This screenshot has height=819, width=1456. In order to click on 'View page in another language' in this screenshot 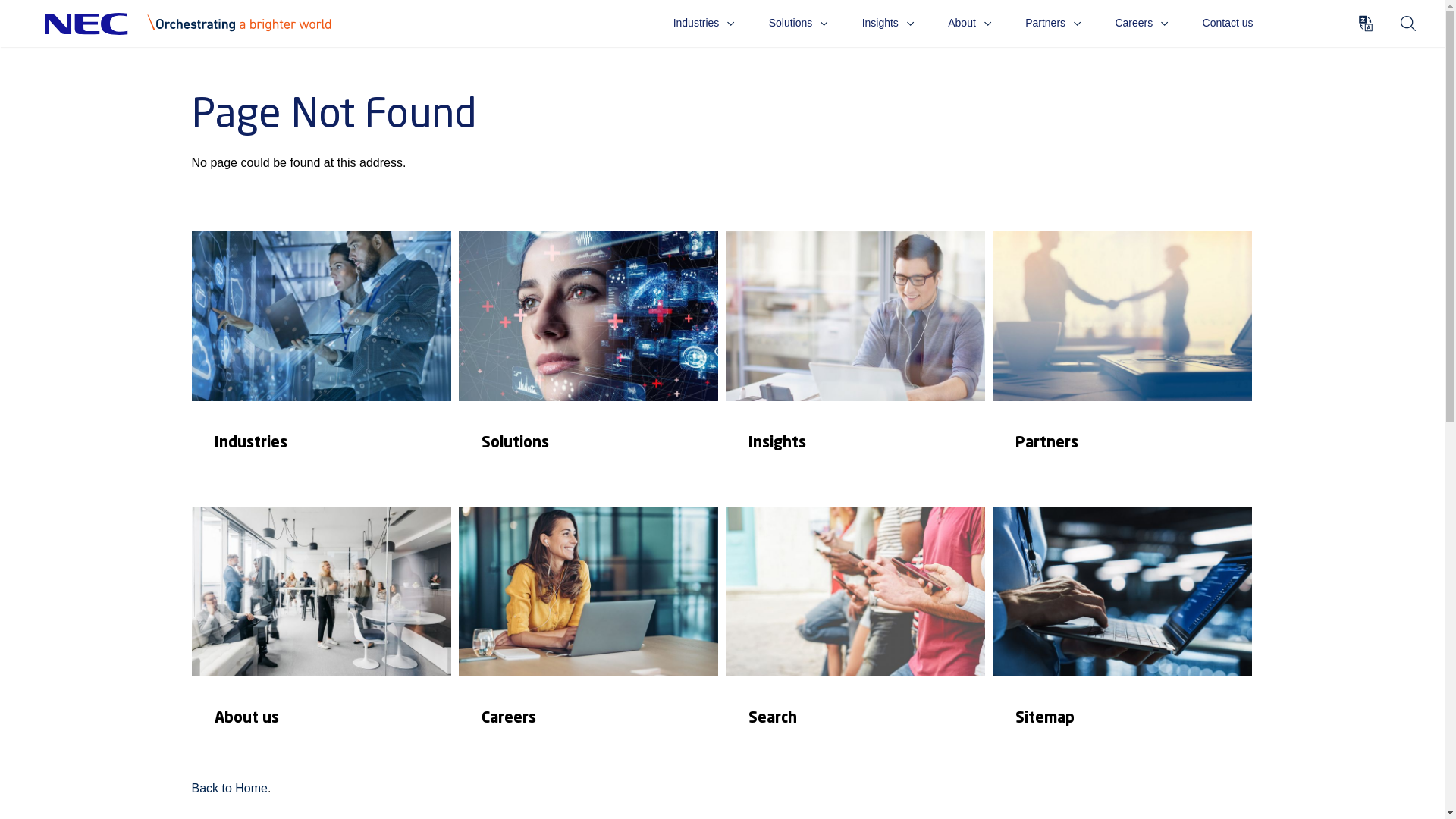, I will do `click(1365, 23)`.